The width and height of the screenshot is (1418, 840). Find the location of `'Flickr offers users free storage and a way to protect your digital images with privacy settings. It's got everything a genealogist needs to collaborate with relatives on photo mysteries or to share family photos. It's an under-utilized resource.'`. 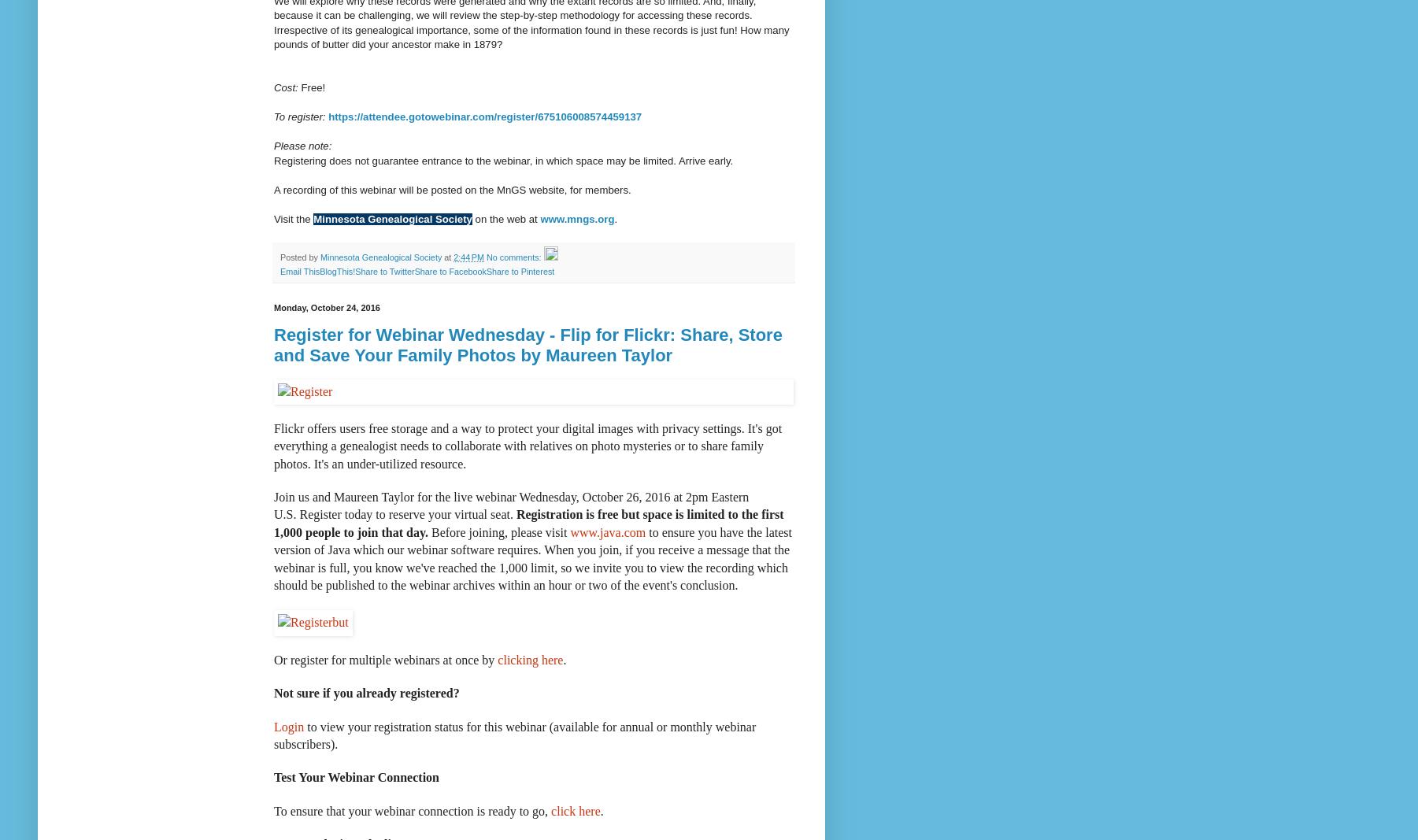

'Flickr offers users free storage and a way to protect your digital images with privacy settings. It's got everything a genealogist needs to collaborate with relatives on photo mysteries or to share family photos. It's an under-utilized resource.' is located at coordinates (527, 446).